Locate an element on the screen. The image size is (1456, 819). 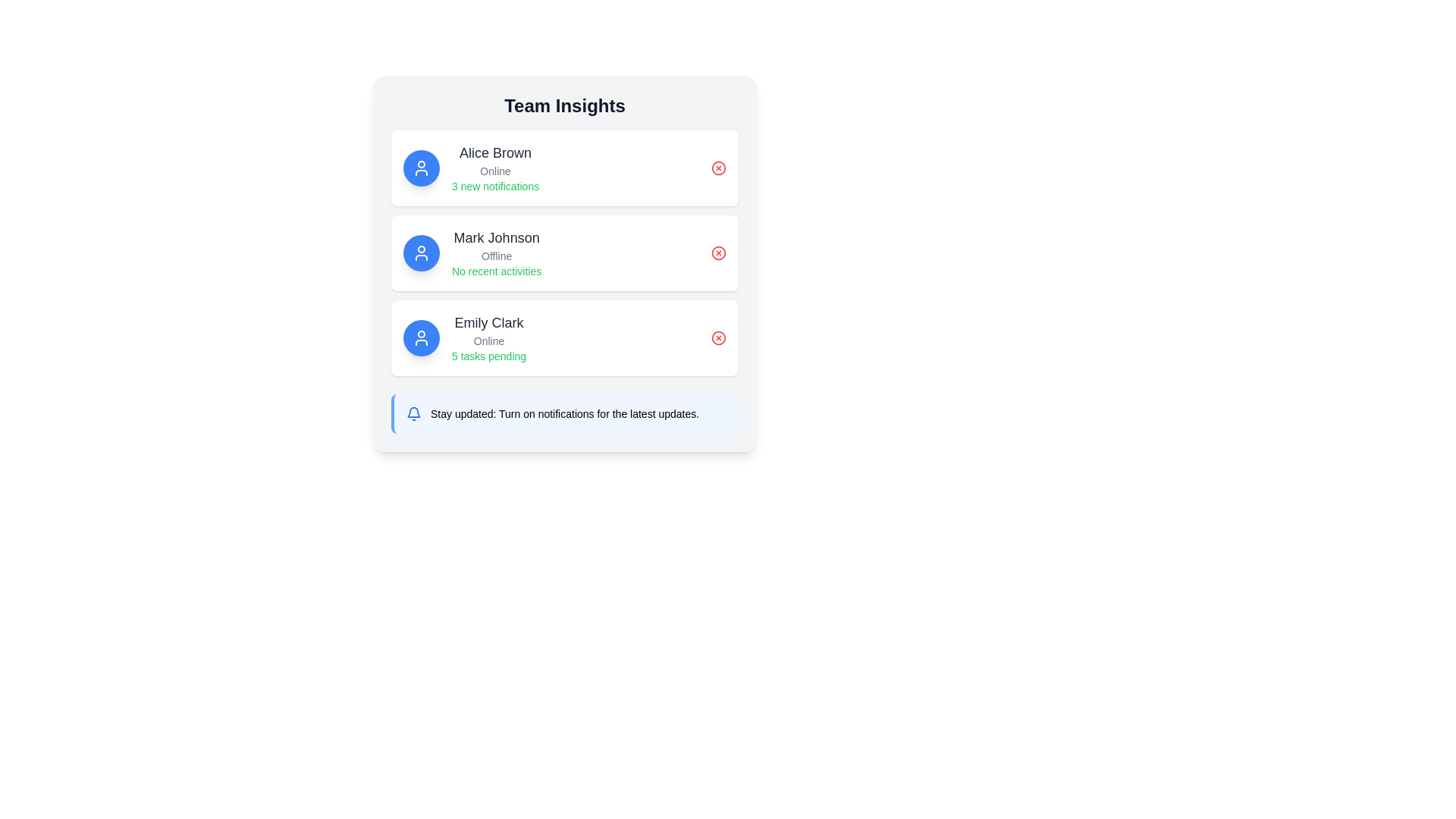
the small circular red icon representing a deletion action, located to the right of the 'Emily Clark' task entry in the bottom-most task entry section under 'Team Insights', to possibly view additional details or a tooltip is located at coordinates (718, 337).